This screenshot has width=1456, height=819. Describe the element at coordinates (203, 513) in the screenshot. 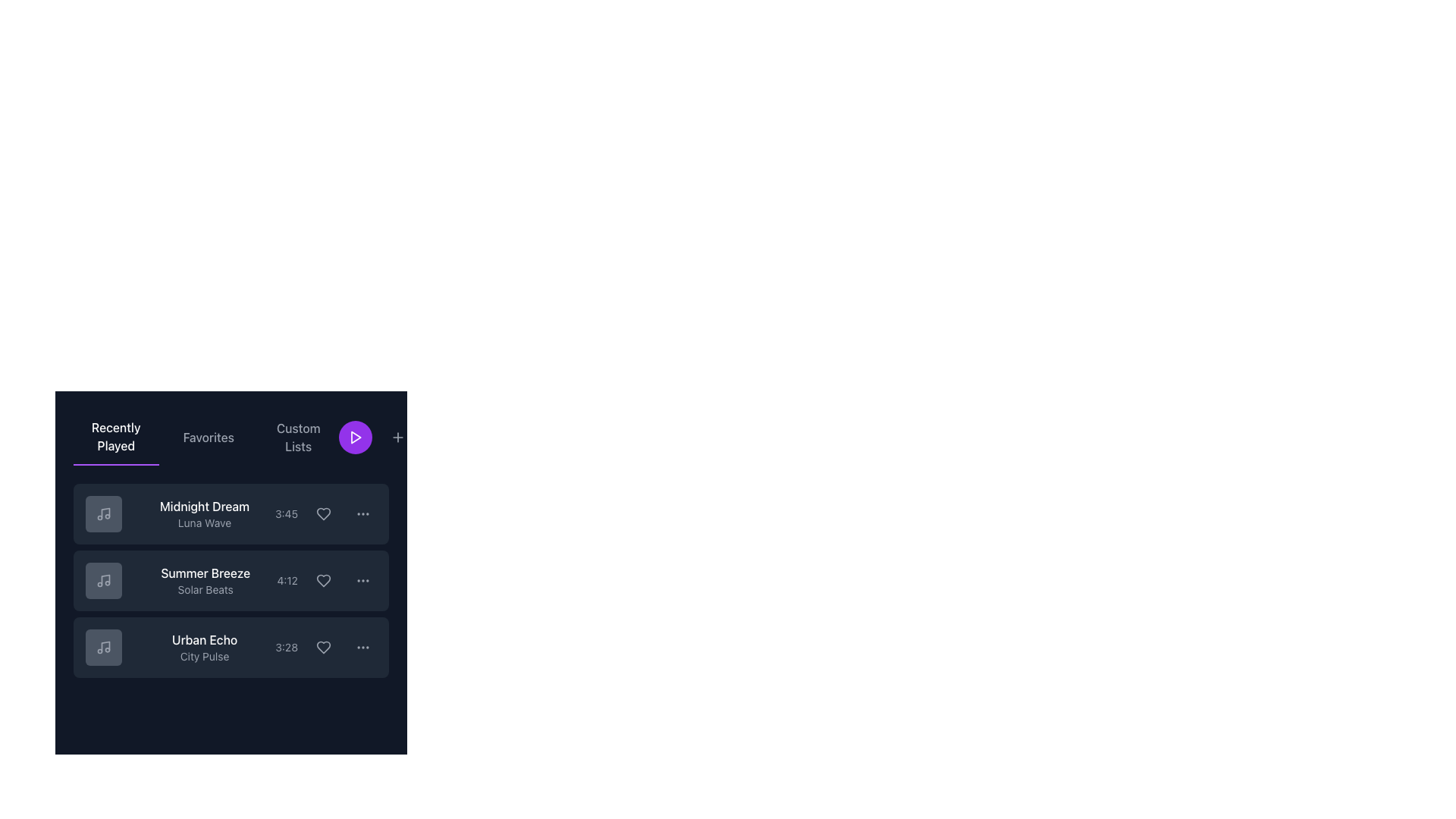

I see `the title and subtitle text label of a media item located centrally to the right of the music note icon within the recently played card` at that location.